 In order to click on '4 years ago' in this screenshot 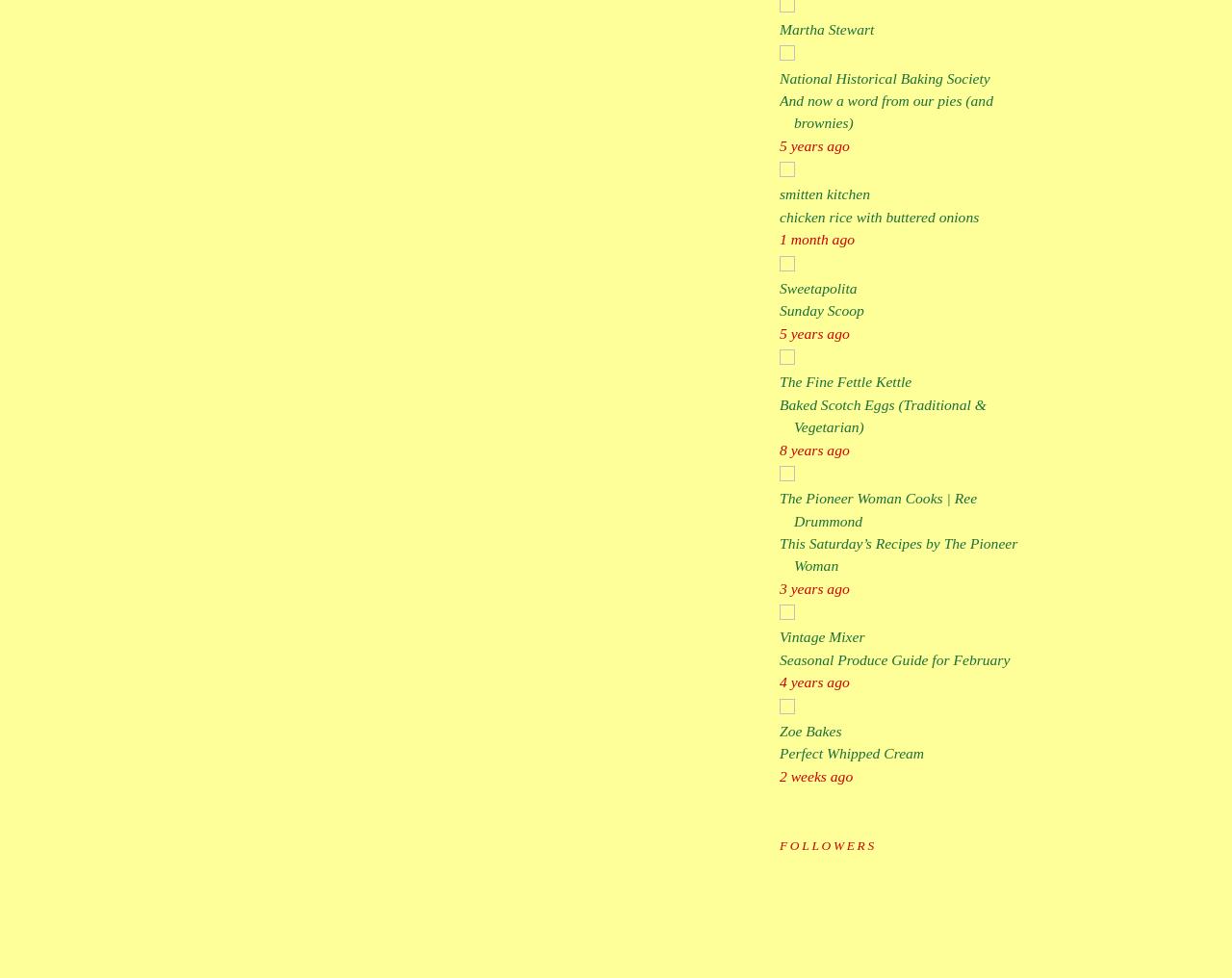, I will do `click(813, 682)`.